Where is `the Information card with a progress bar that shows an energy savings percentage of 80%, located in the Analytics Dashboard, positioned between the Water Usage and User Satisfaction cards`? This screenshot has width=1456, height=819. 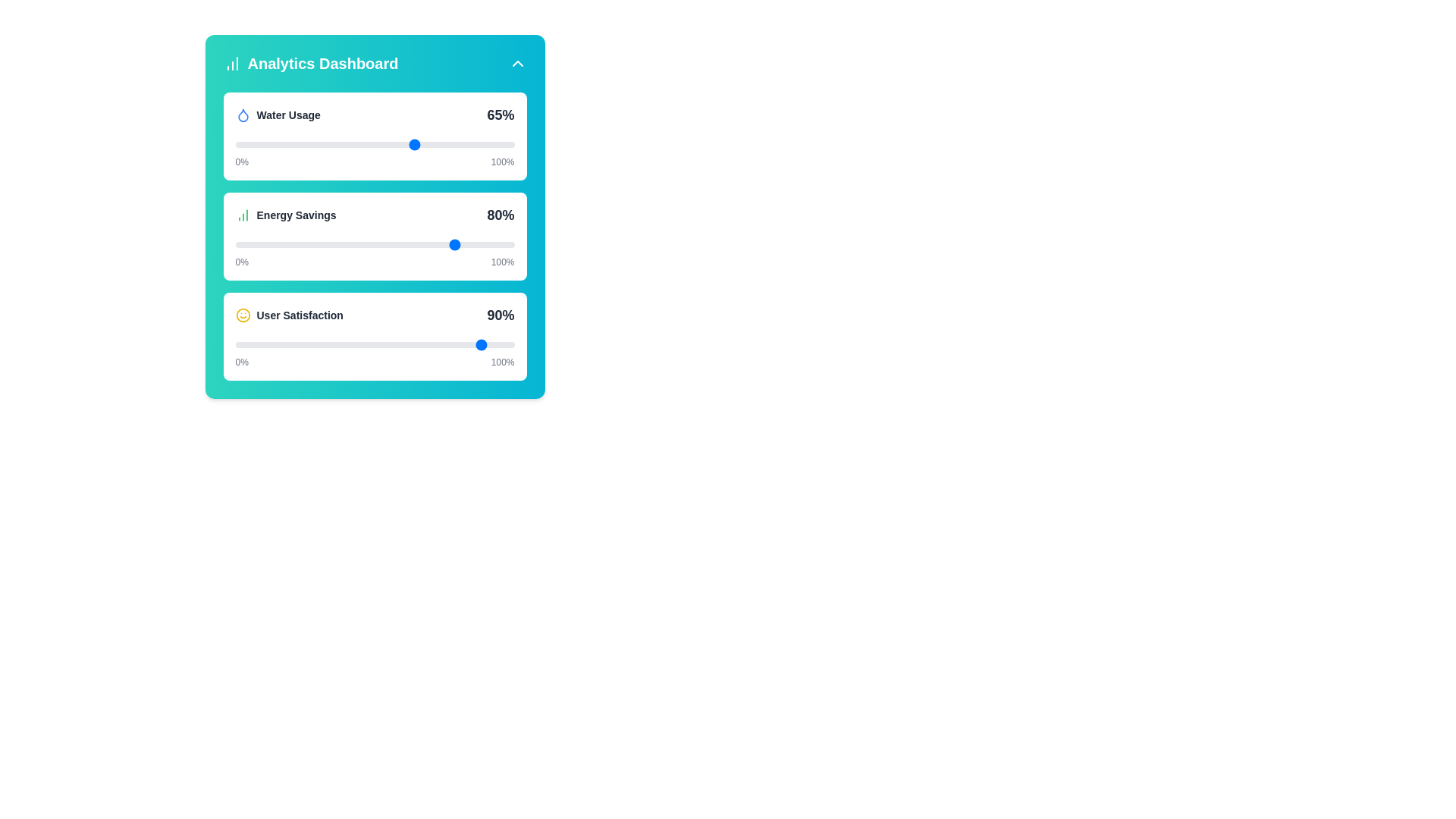 the Information card with a progress bar that shows an energy savings percentage of 80%, located in the Analytics Dashboard, positioned between the Water Usage and User Satisfaction cards is located at coordinates (375, 237).